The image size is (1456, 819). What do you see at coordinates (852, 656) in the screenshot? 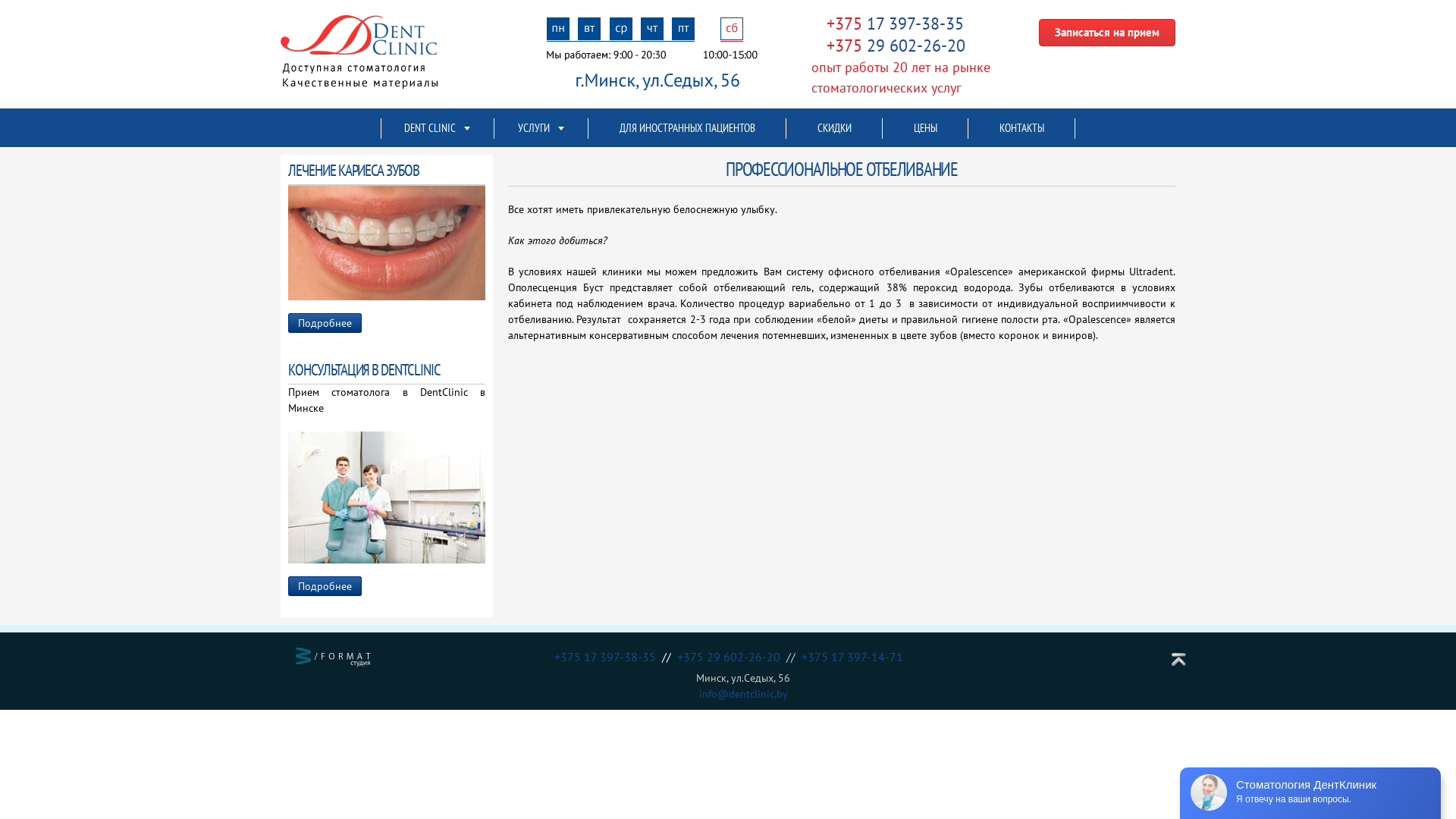
I see `'+375 17 397-14-71'` at bounding box center [852, 656].